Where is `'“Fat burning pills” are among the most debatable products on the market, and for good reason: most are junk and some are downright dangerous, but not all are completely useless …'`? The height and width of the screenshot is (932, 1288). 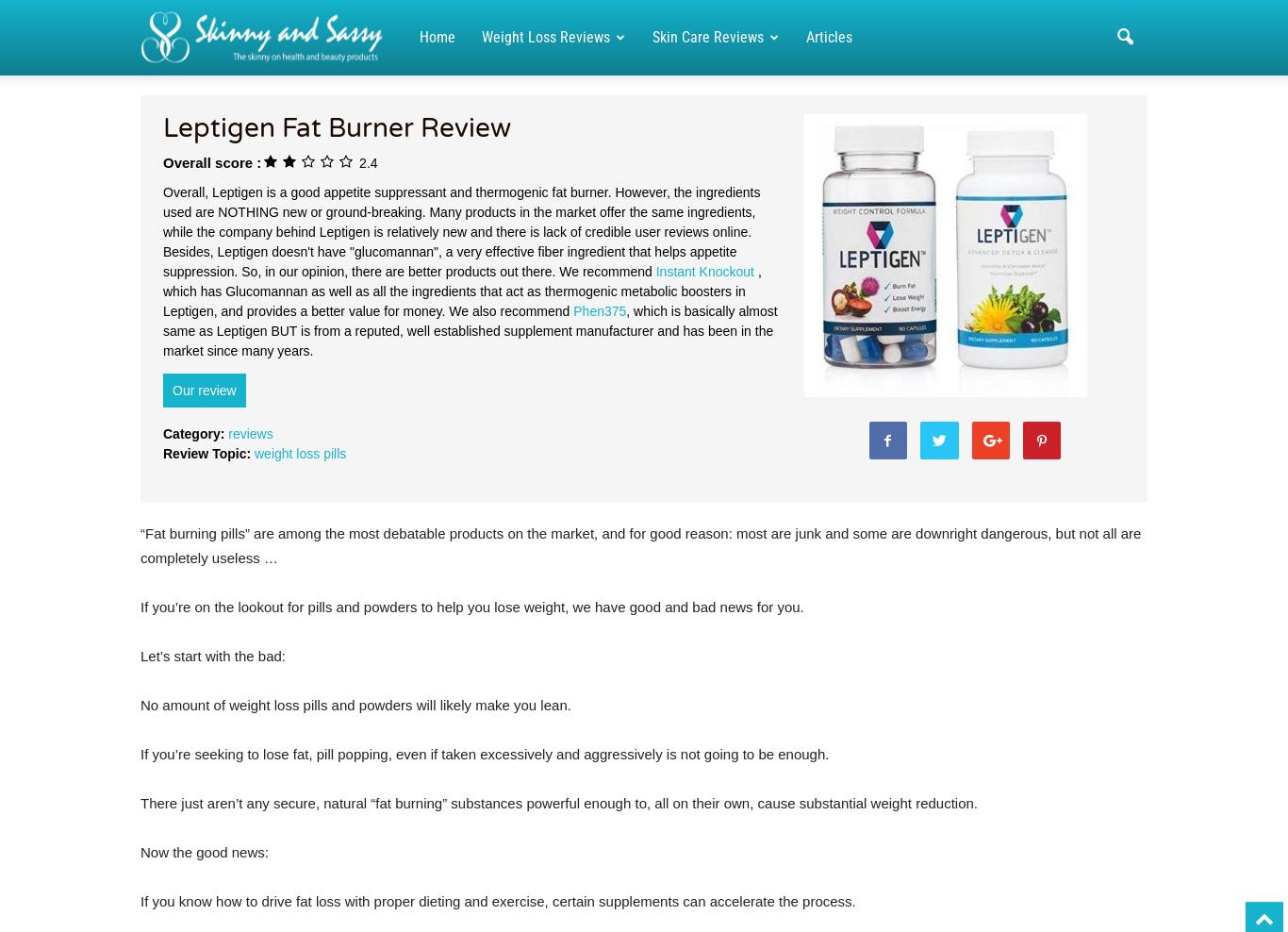
'“Fat burning pills” are among the most debatable products on the market, and for good reason: most are junk and some are downright dangerous, but not all are completely useless …' is located at coordinates (639, 545).